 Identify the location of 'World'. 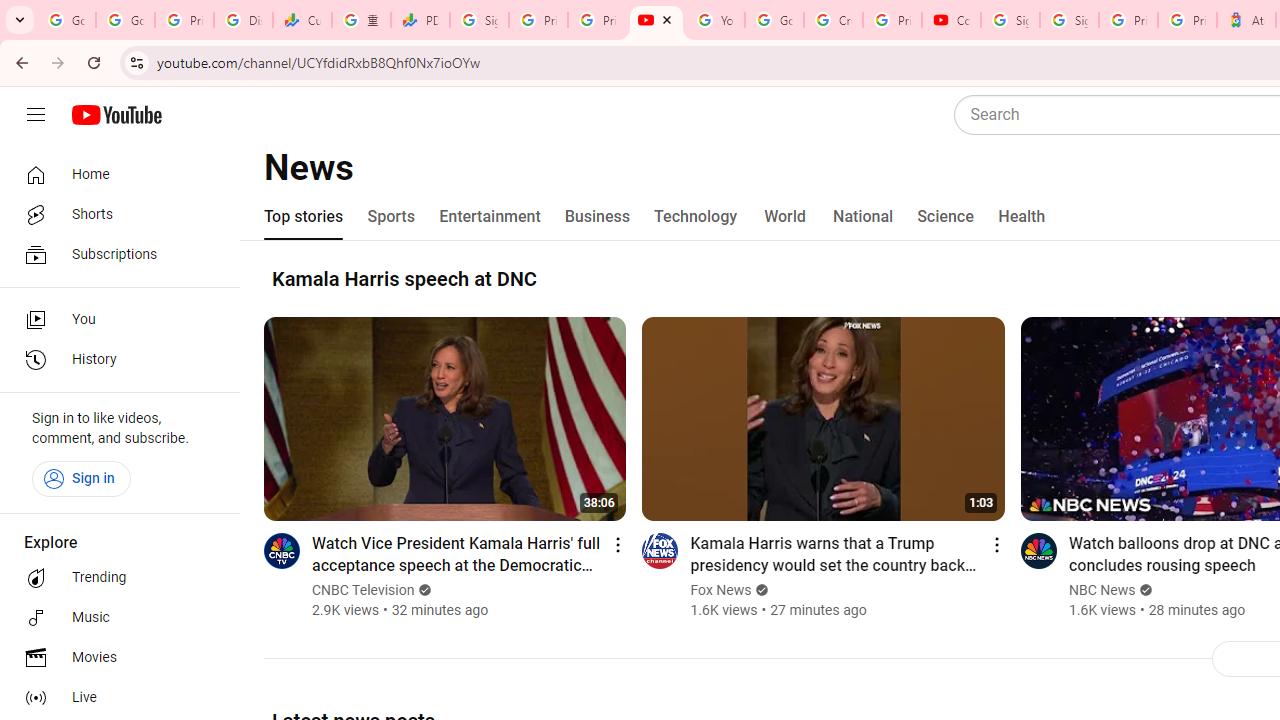
(784, 217).